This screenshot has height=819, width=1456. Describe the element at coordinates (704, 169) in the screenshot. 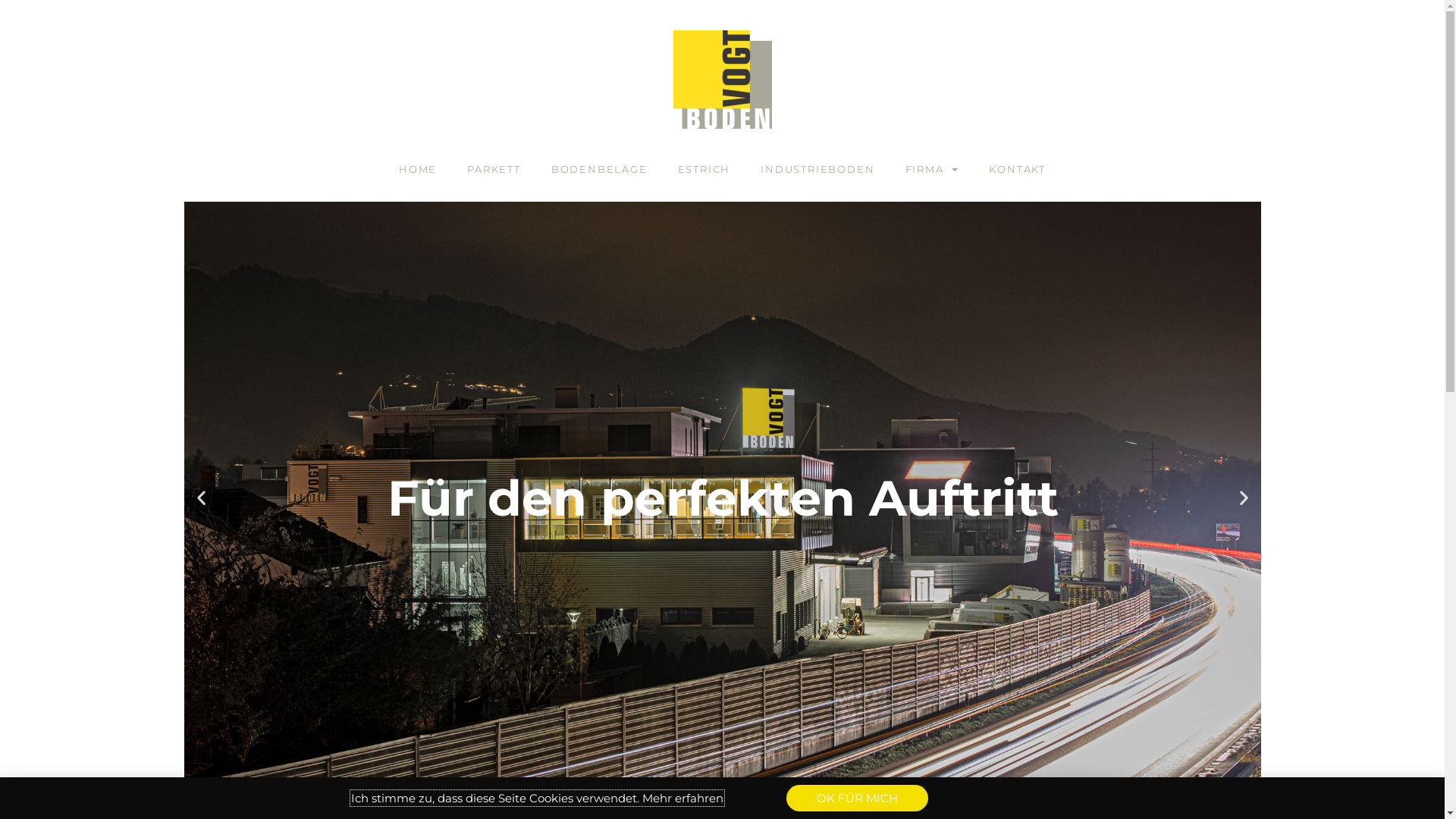

I see `'ESTRICH'` at that location.